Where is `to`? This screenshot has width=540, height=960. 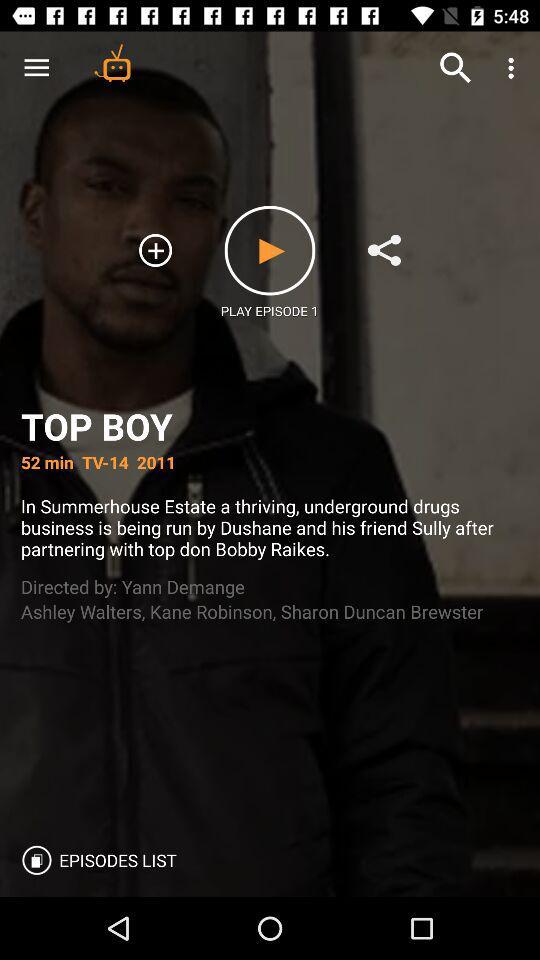
to is located at coordinates (154, 249).